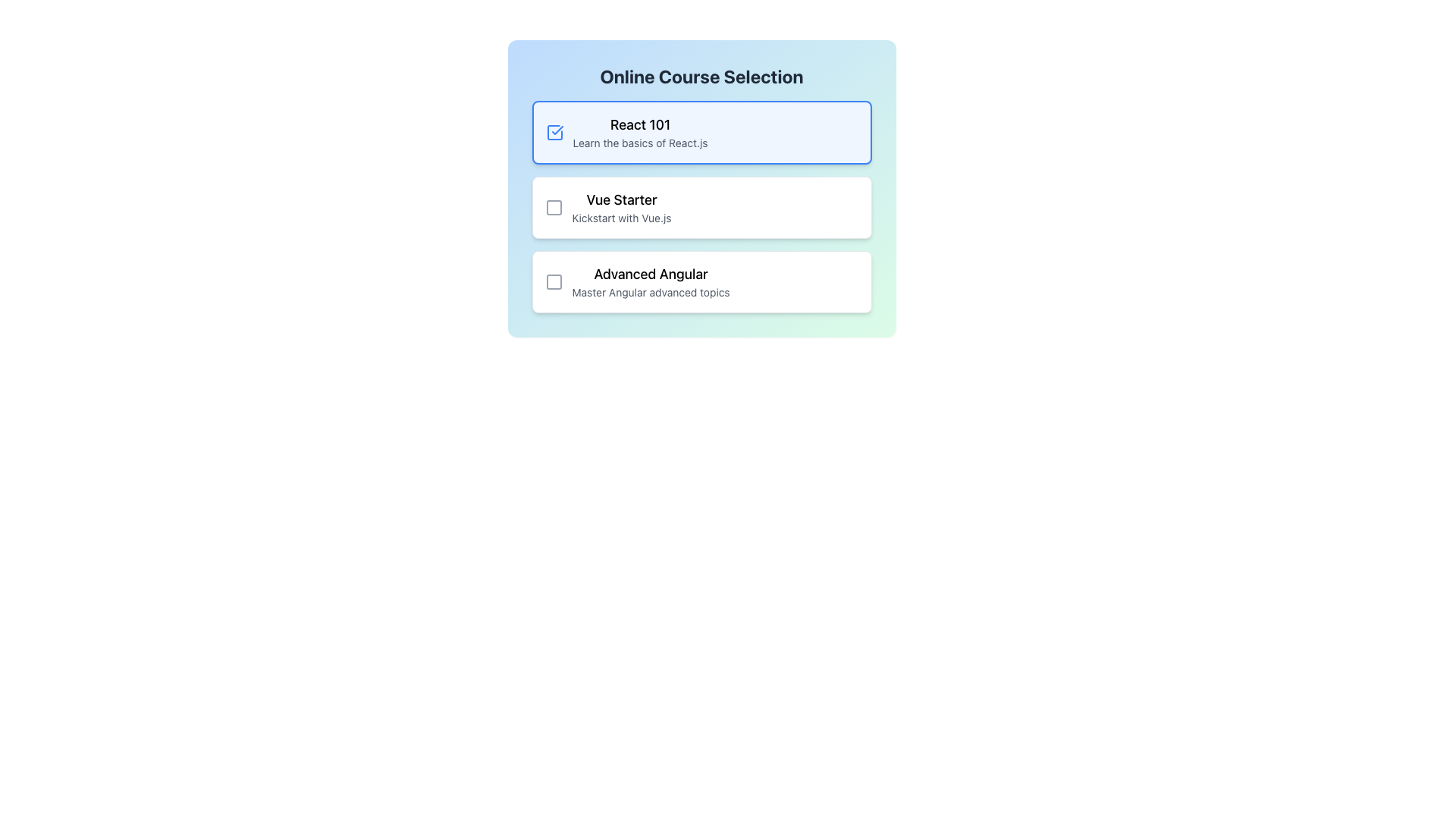 The width and height of the screenshot is (1456, 819). What do you see at coordinates (553, 207) in the screenshot?
I see `the checkbox for 'Vue Starter'` at bounding box center [553, 207].